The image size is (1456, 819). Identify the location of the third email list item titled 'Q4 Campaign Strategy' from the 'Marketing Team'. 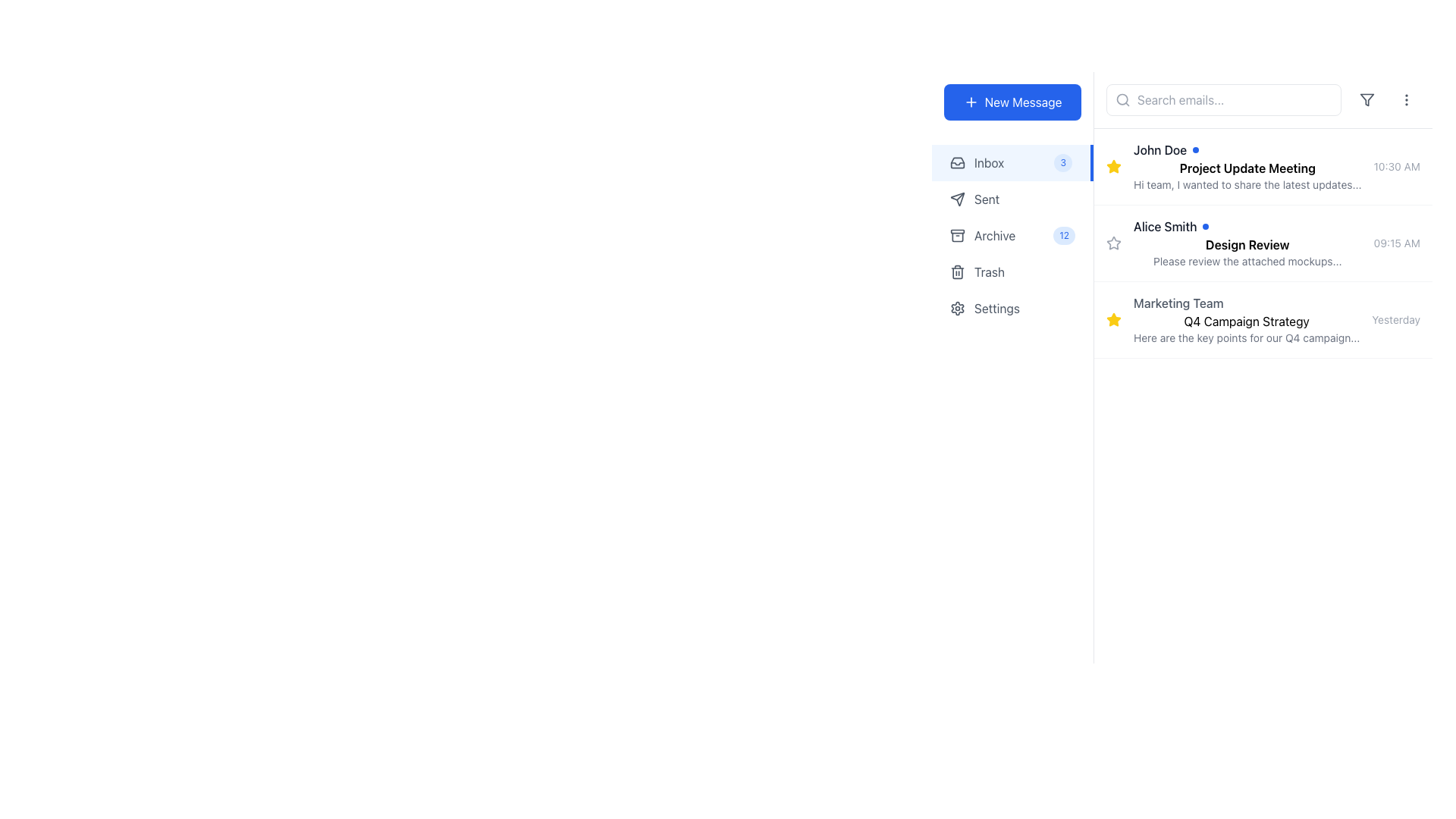
(1263, 319).